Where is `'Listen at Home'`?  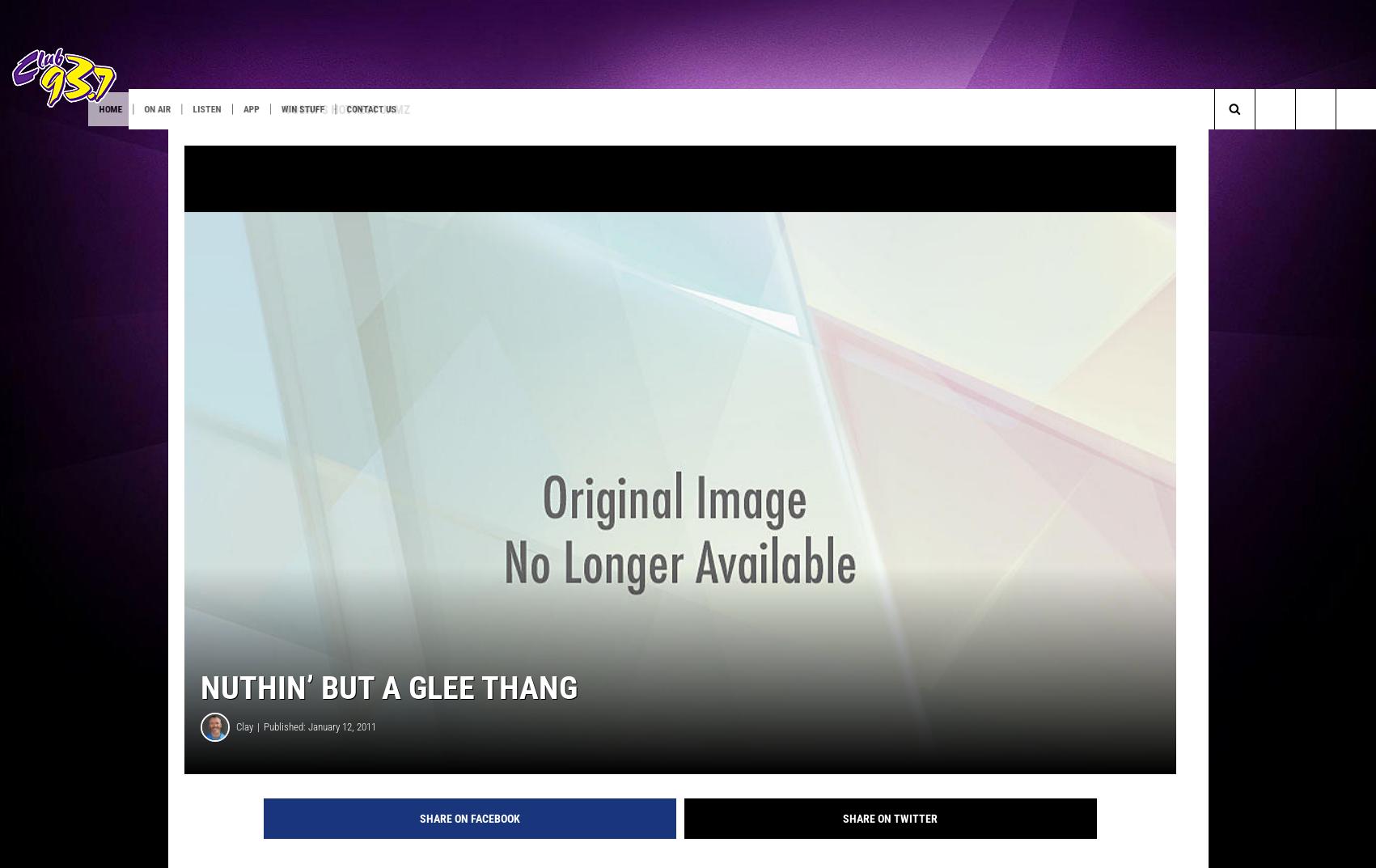
'Listen at Home' is located at coordinates (301, 141).